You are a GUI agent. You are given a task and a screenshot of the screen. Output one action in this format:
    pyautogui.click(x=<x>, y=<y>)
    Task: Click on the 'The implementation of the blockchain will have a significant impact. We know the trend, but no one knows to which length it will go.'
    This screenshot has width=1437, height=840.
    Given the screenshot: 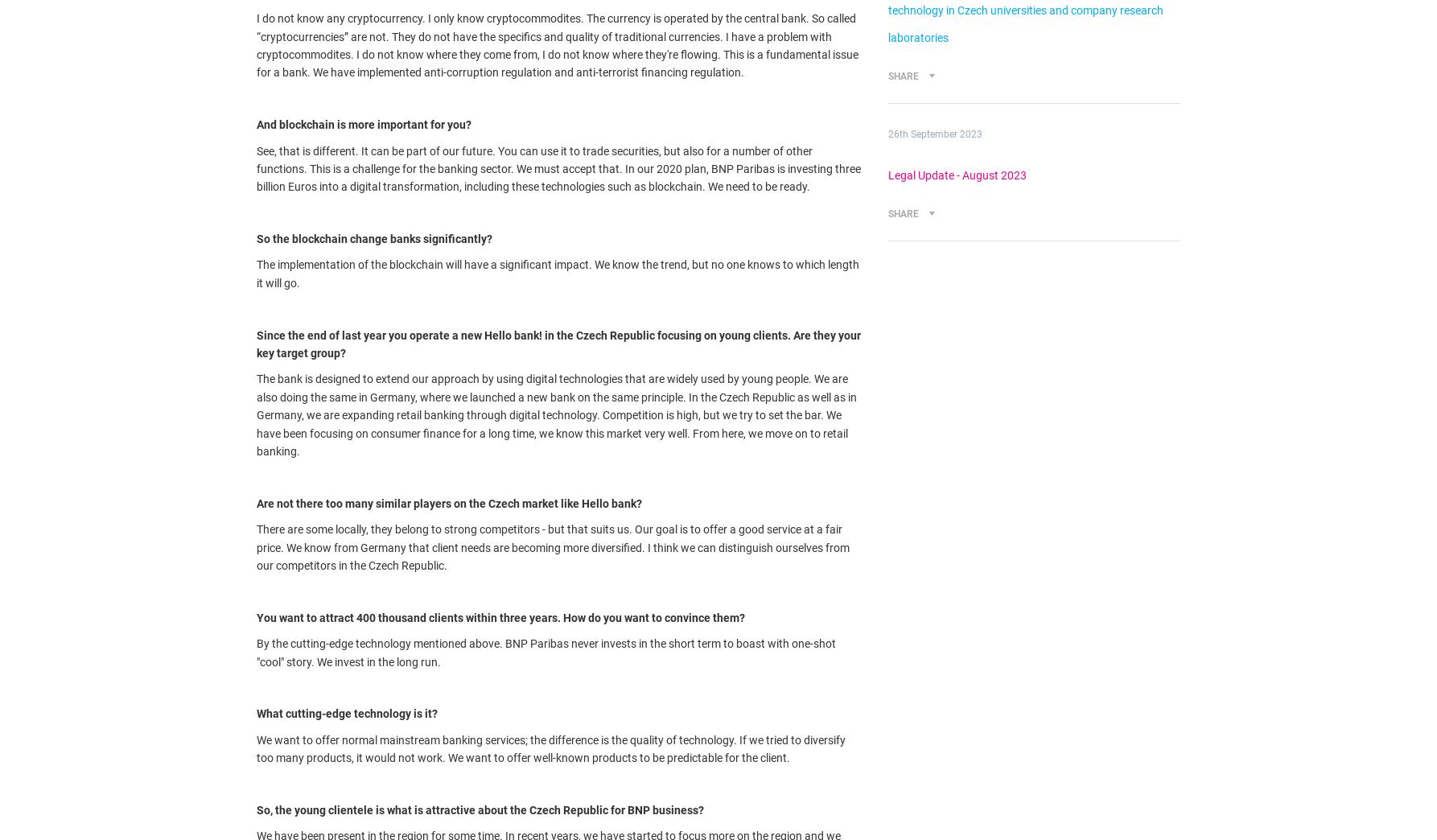 What is the action you would take?
    pyautogui.click(x=558, y=274)
    